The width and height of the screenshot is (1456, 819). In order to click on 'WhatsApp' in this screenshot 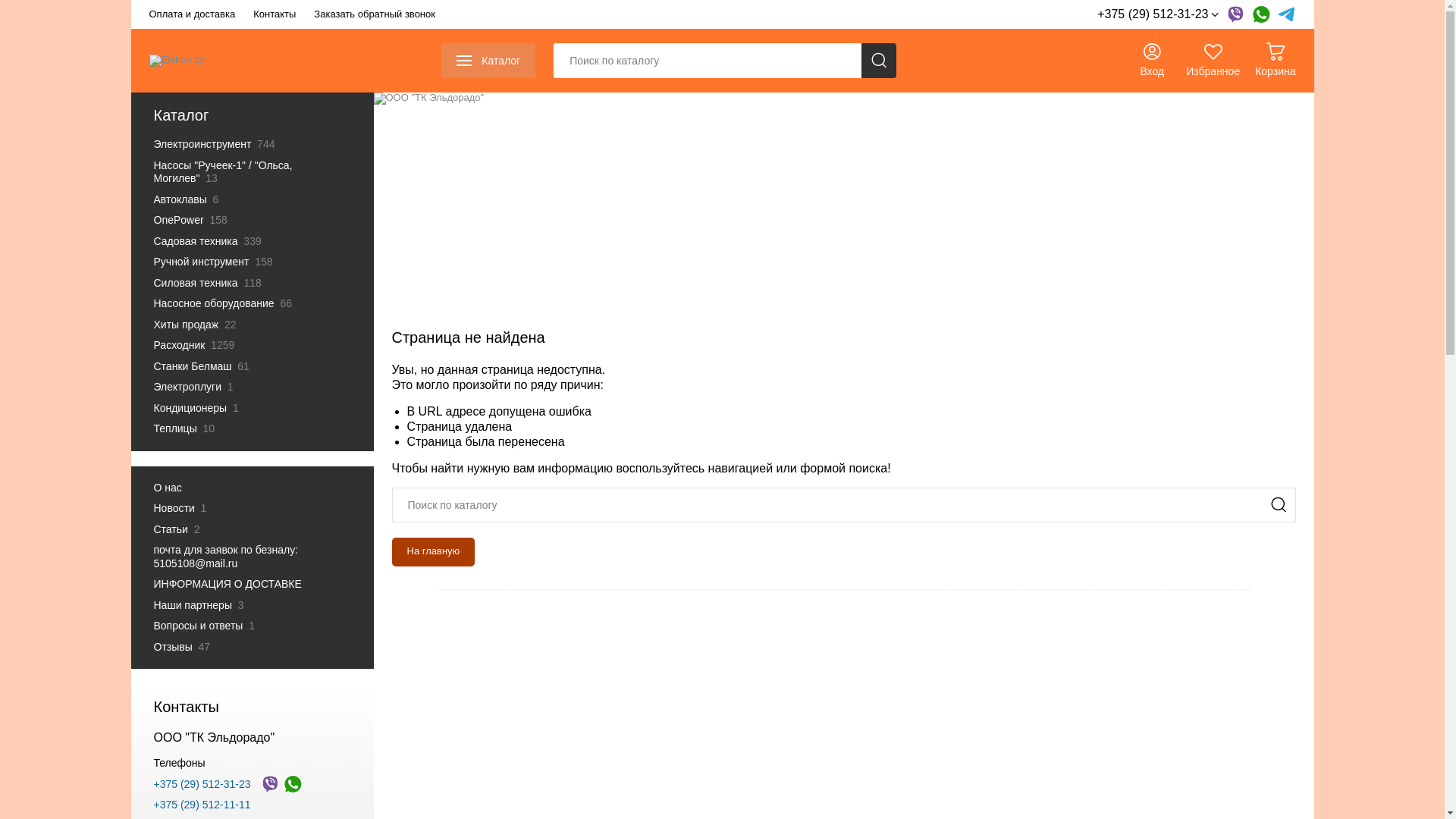, I will do `click(1260, 14)`.